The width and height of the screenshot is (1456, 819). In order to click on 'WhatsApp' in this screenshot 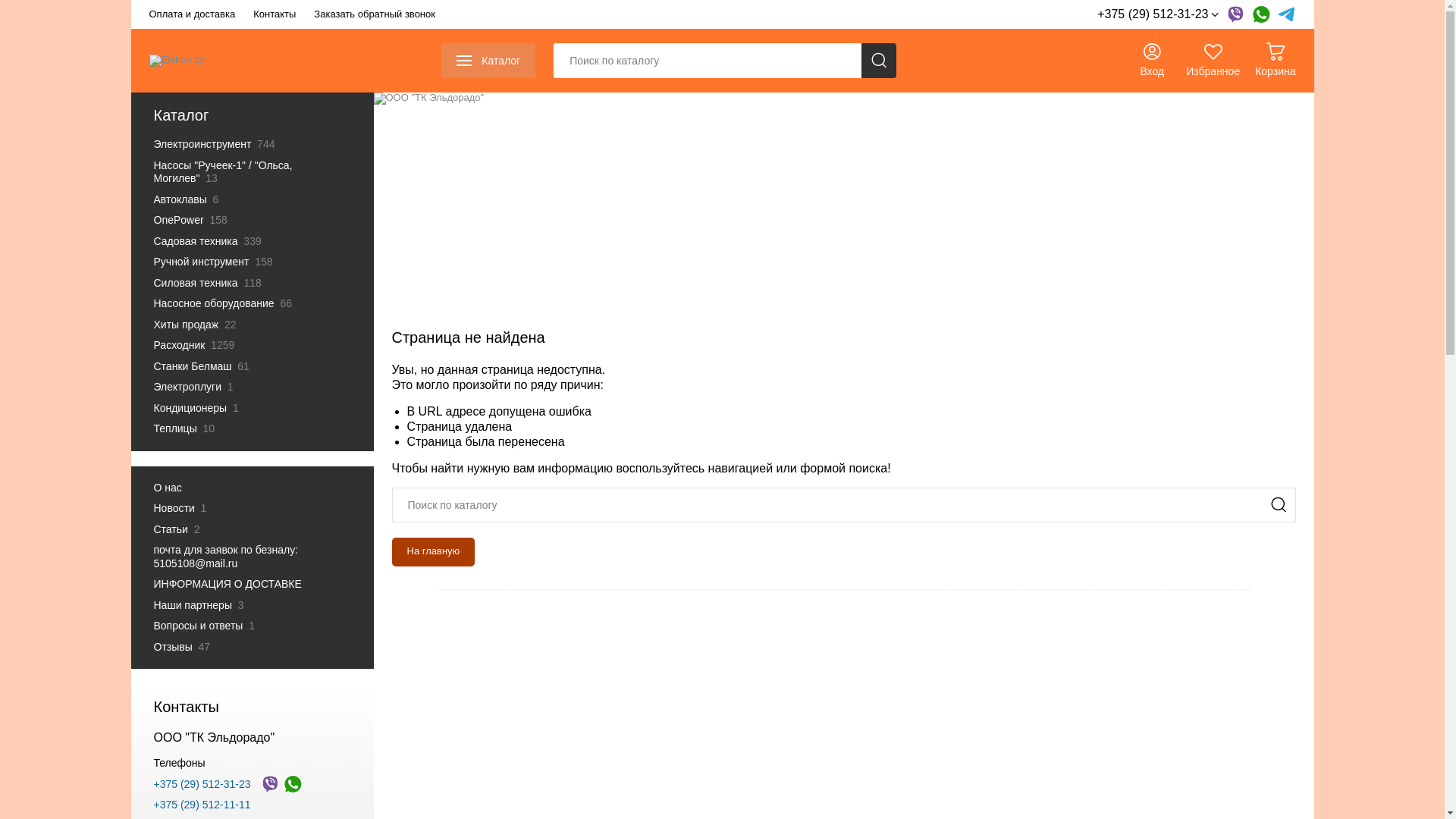, I will do `click(1260, 14)`.